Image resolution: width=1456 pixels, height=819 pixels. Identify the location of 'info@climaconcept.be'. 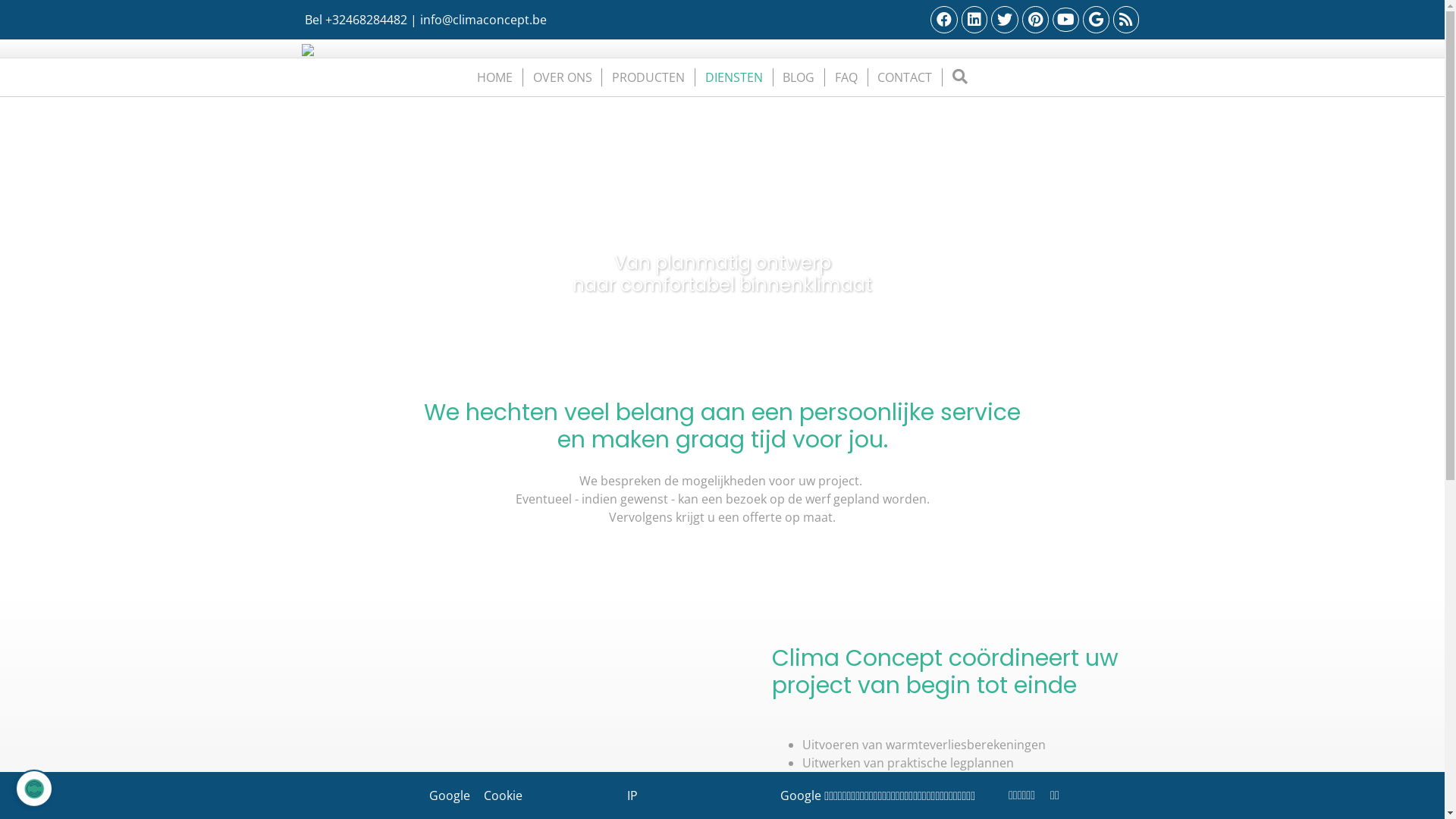
(419, 20).